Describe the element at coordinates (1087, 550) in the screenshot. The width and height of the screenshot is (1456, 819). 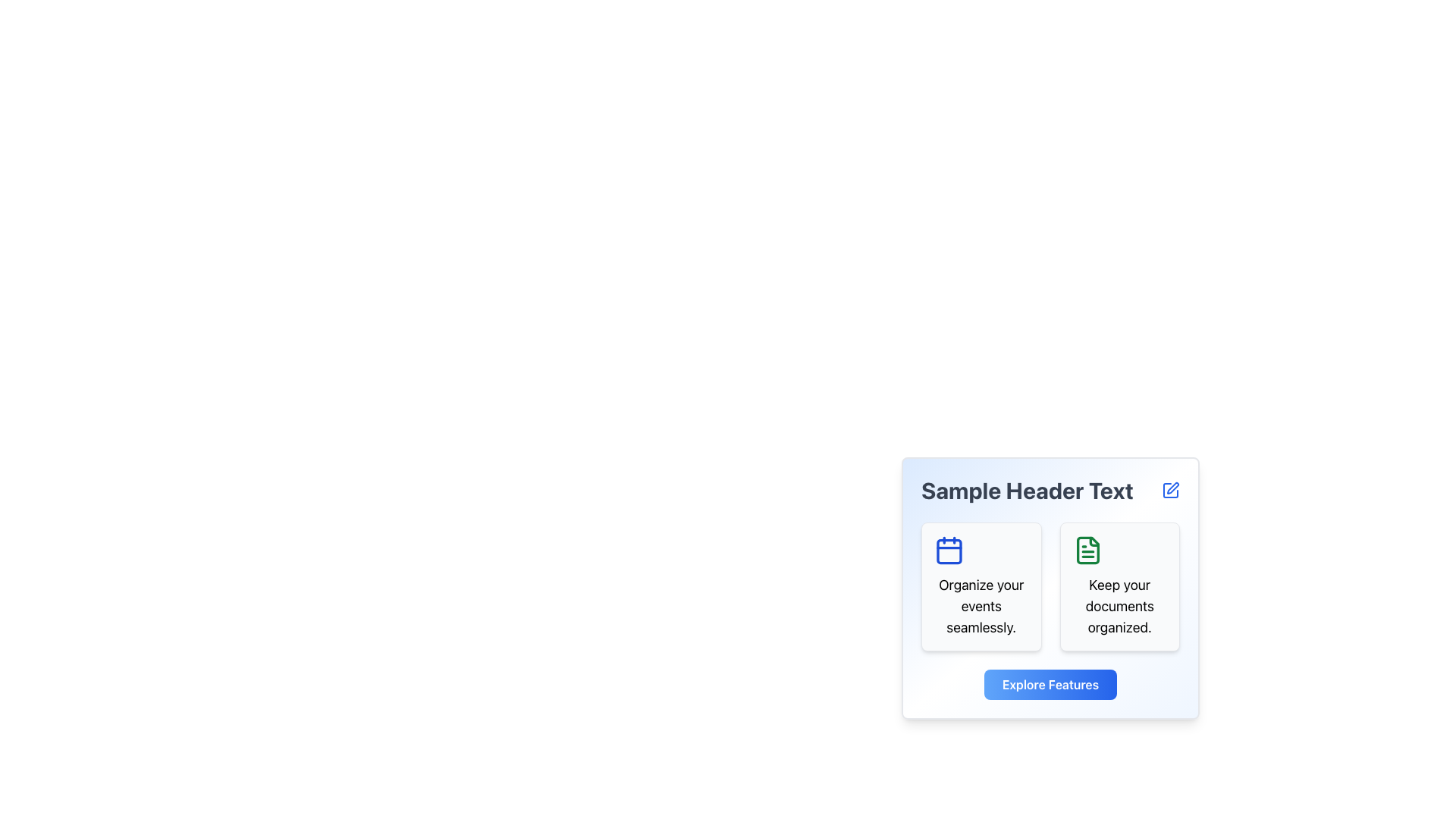
I see `the SVG Icon representing document organization, which is located in the second card below the main header and above the text 'Keep your documents organized.'` at that location.